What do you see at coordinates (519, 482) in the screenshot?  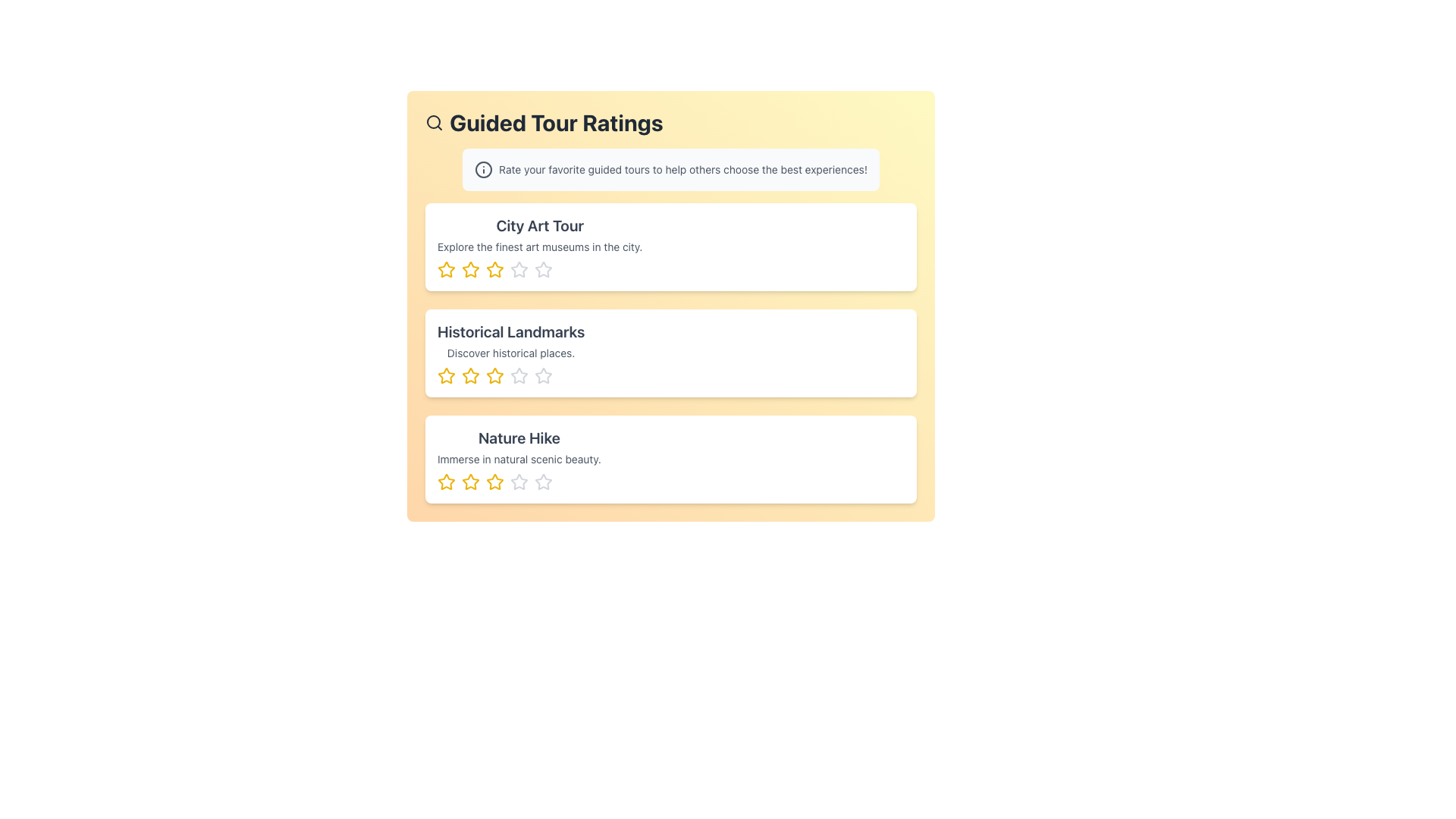 I see `a star in the Rating Stars Group for the 'Nature Hike' section` at bounding box center [519, 482].